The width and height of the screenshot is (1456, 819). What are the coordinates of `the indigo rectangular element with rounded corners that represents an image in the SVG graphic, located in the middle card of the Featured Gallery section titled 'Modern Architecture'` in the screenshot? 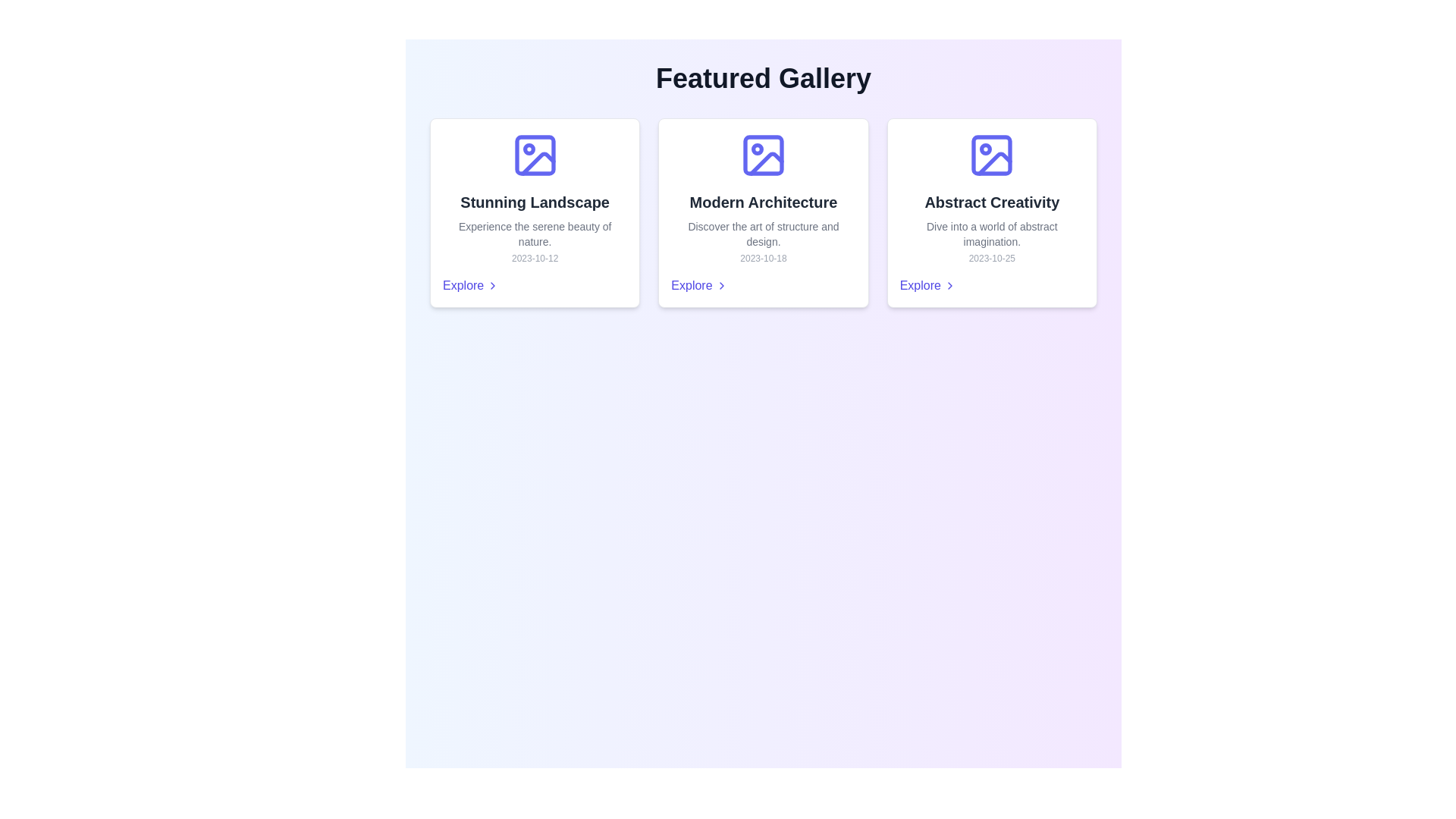 It's located at (764, 155).